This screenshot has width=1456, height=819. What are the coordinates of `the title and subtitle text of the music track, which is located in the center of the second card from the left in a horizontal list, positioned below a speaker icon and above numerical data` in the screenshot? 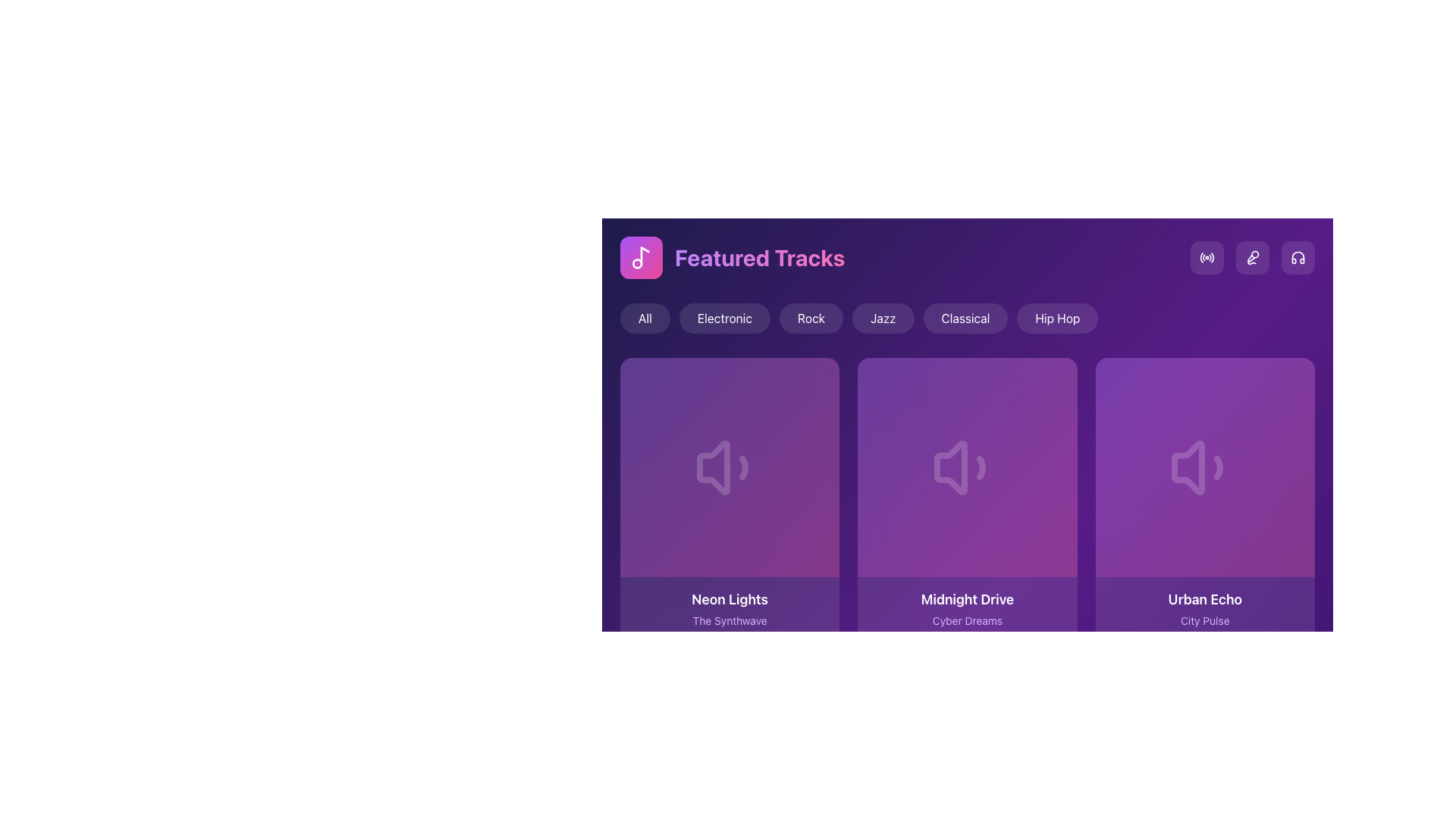 It's located at (967, 608).